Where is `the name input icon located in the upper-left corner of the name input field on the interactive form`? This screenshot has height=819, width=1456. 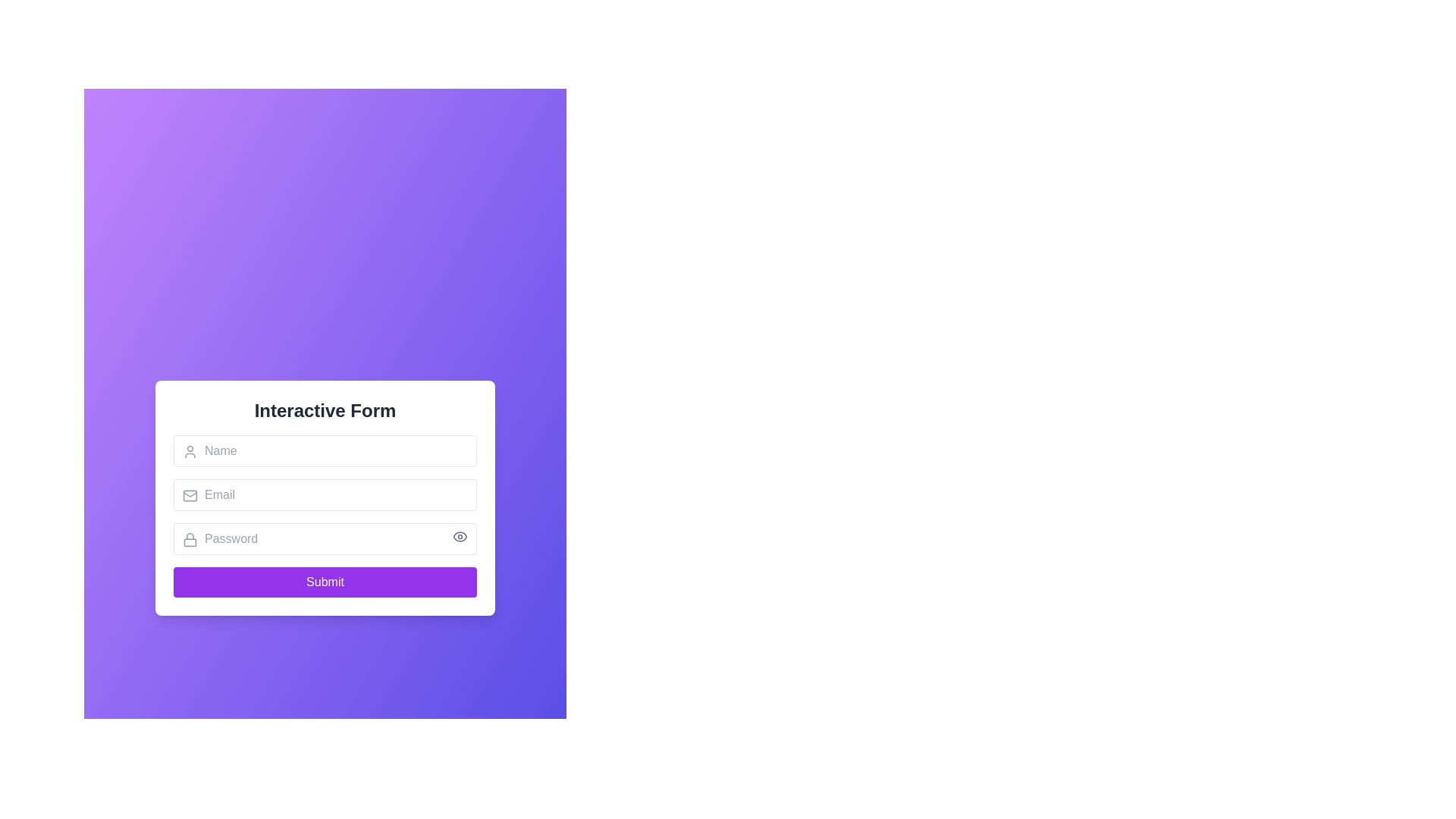 the name input icon located in the upper-left corner of the name input field on the interactive form is located at coordinates (189, 451).